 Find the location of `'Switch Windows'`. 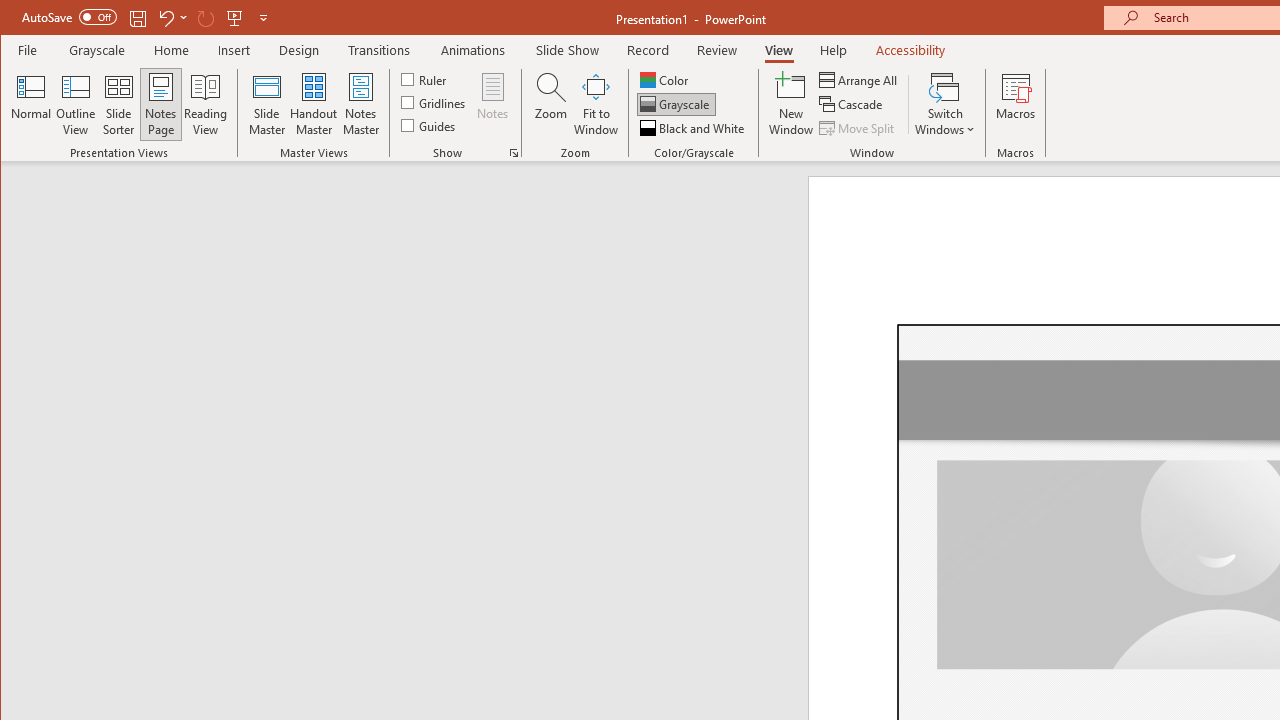

'Switch Windows' is located at coordinates (944, 104).